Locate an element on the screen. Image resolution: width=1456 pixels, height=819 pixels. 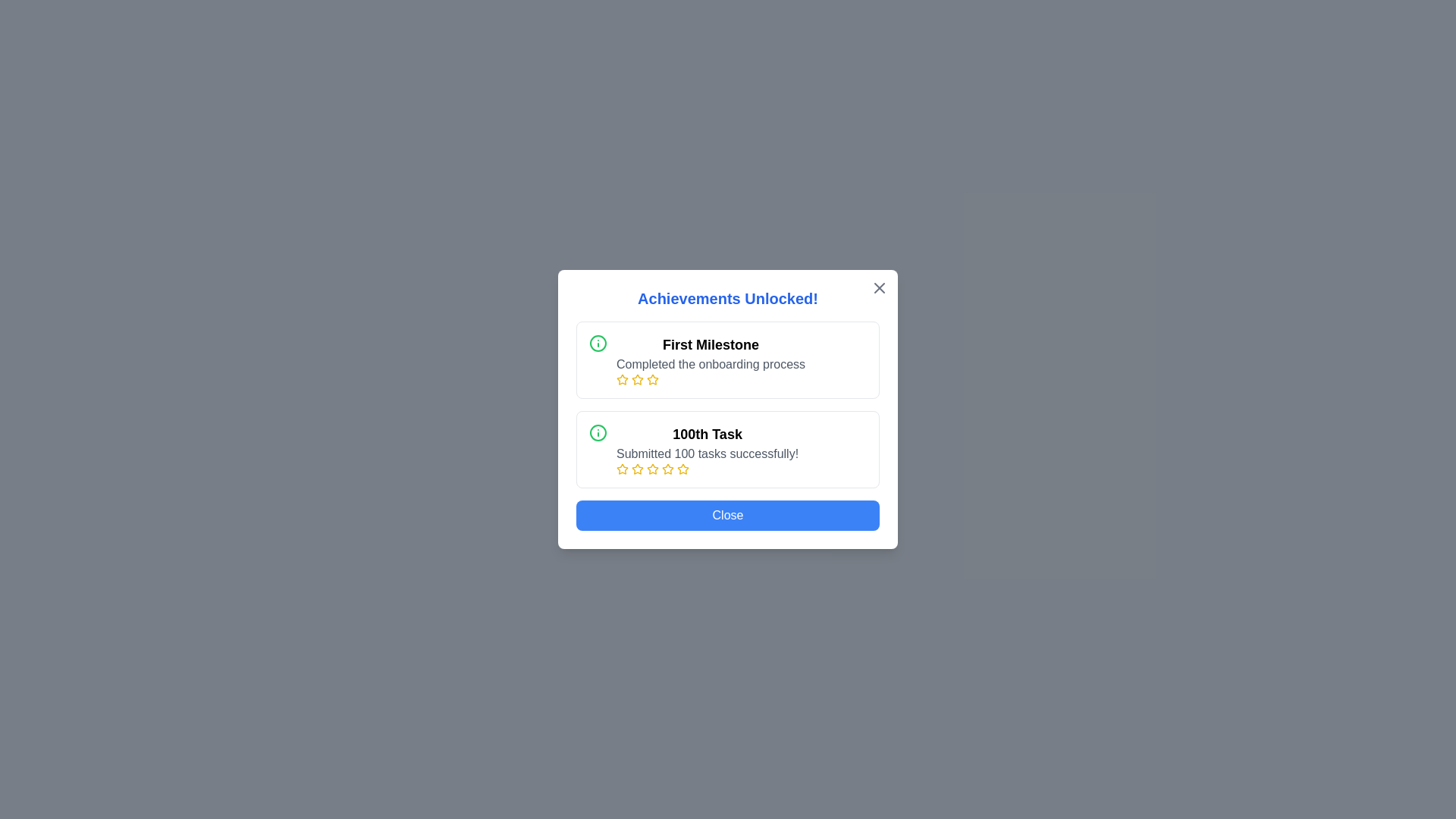
the fifth star icon is located at coordinates (667, 468).